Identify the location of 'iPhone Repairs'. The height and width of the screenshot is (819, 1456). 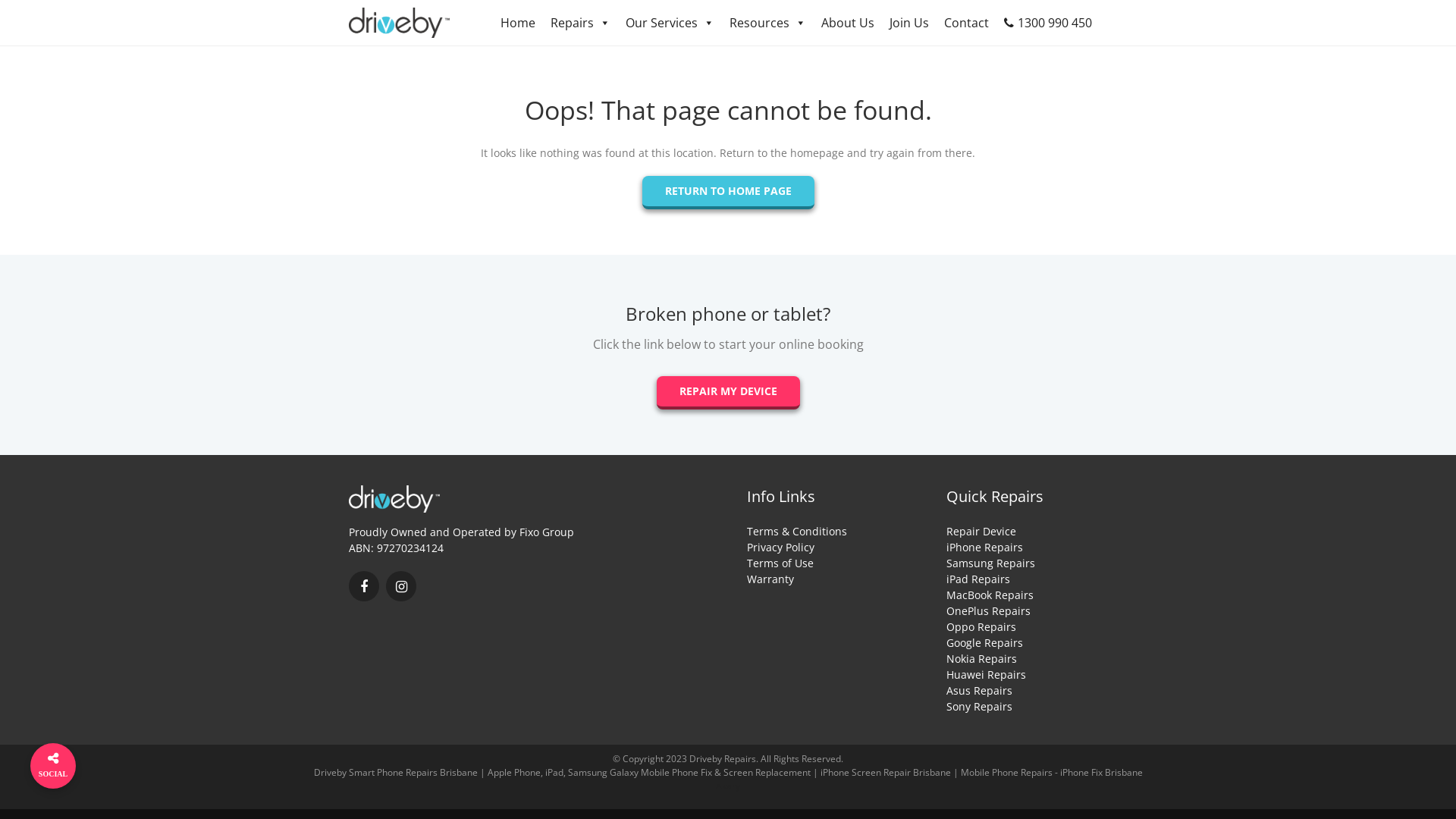
(984, 547).